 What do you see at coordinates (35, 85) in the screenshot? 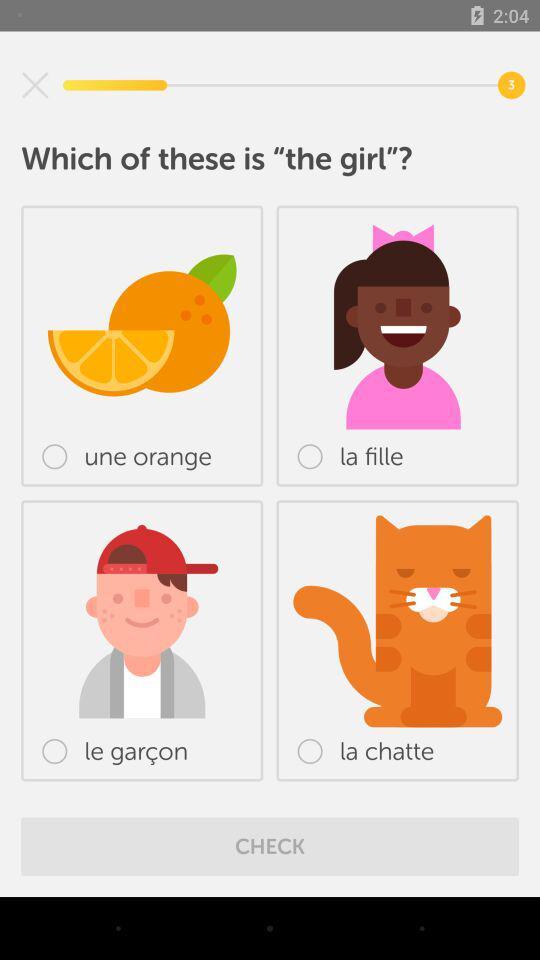
I see `the icon above the which of these icon` at bounding box center [35, 85].